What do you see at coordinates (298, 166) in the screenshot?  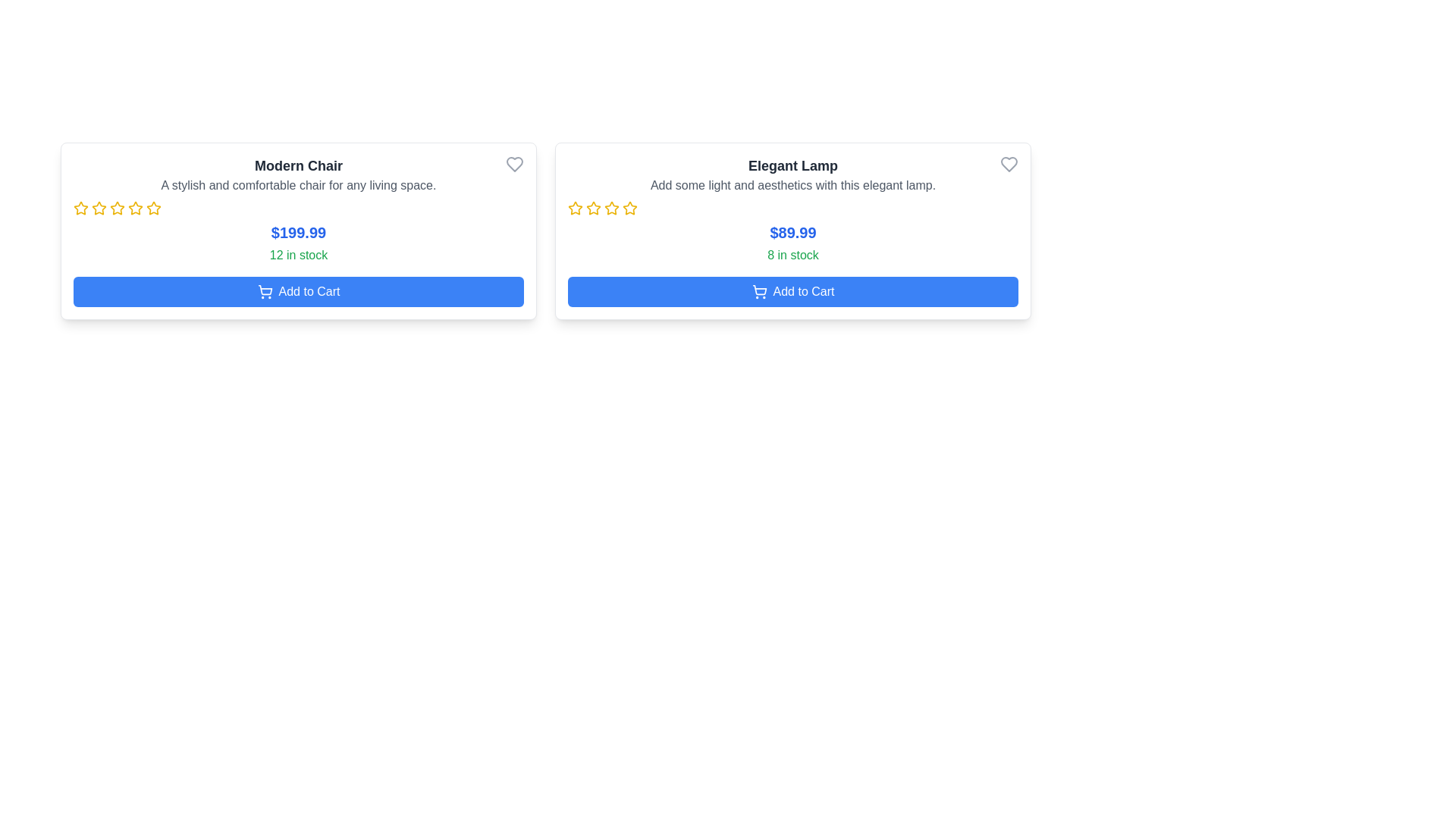 I see `the bold text label reading 'Modern Chair' which is positioned at the top of the leftmost product card in the visible list of product cards` at bounding box center [298, 166].